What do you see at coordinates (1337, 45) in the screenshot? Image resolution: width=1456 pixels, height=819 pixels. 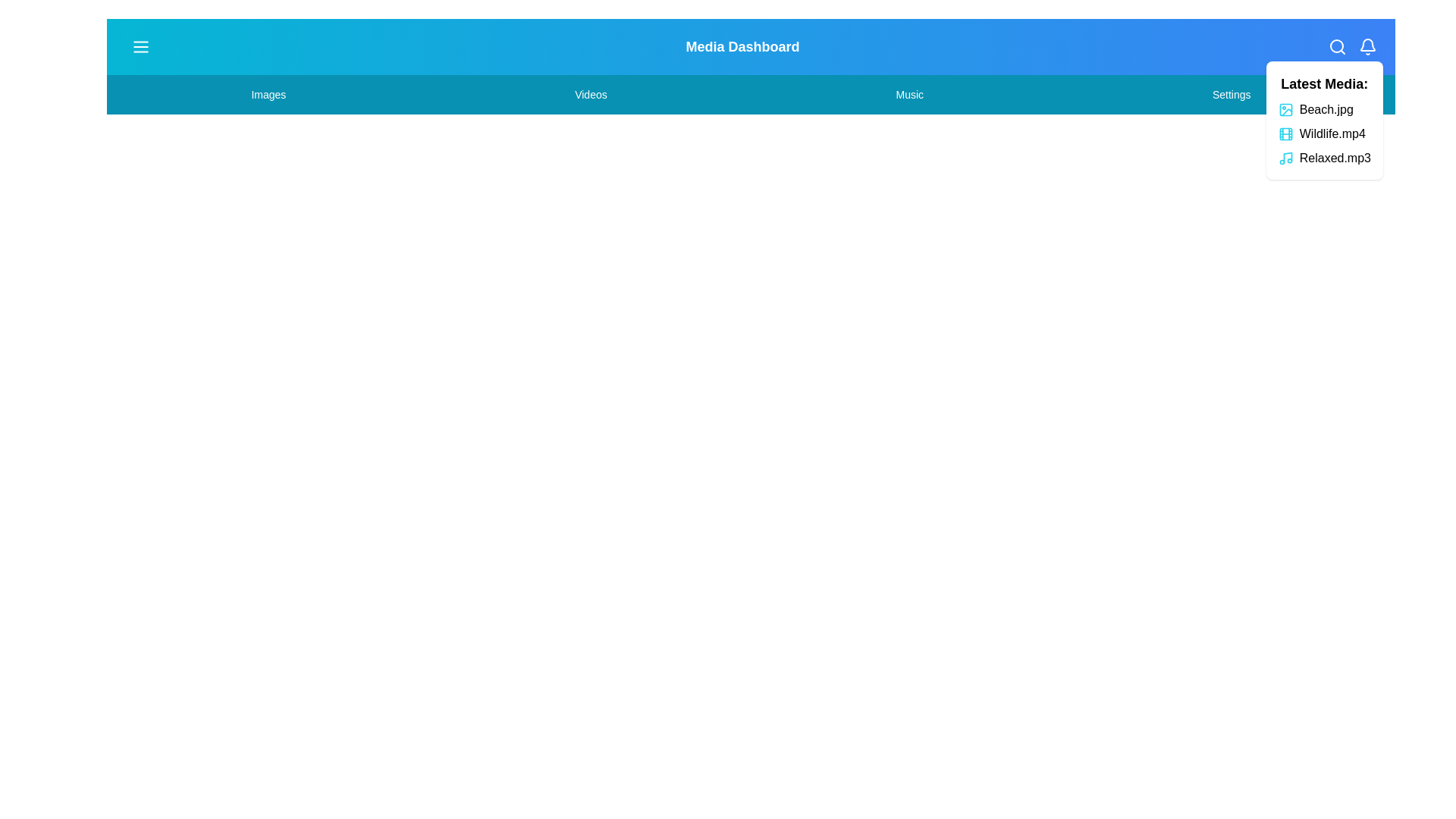 I see `the search icon` at bounding box center [1337, 45].